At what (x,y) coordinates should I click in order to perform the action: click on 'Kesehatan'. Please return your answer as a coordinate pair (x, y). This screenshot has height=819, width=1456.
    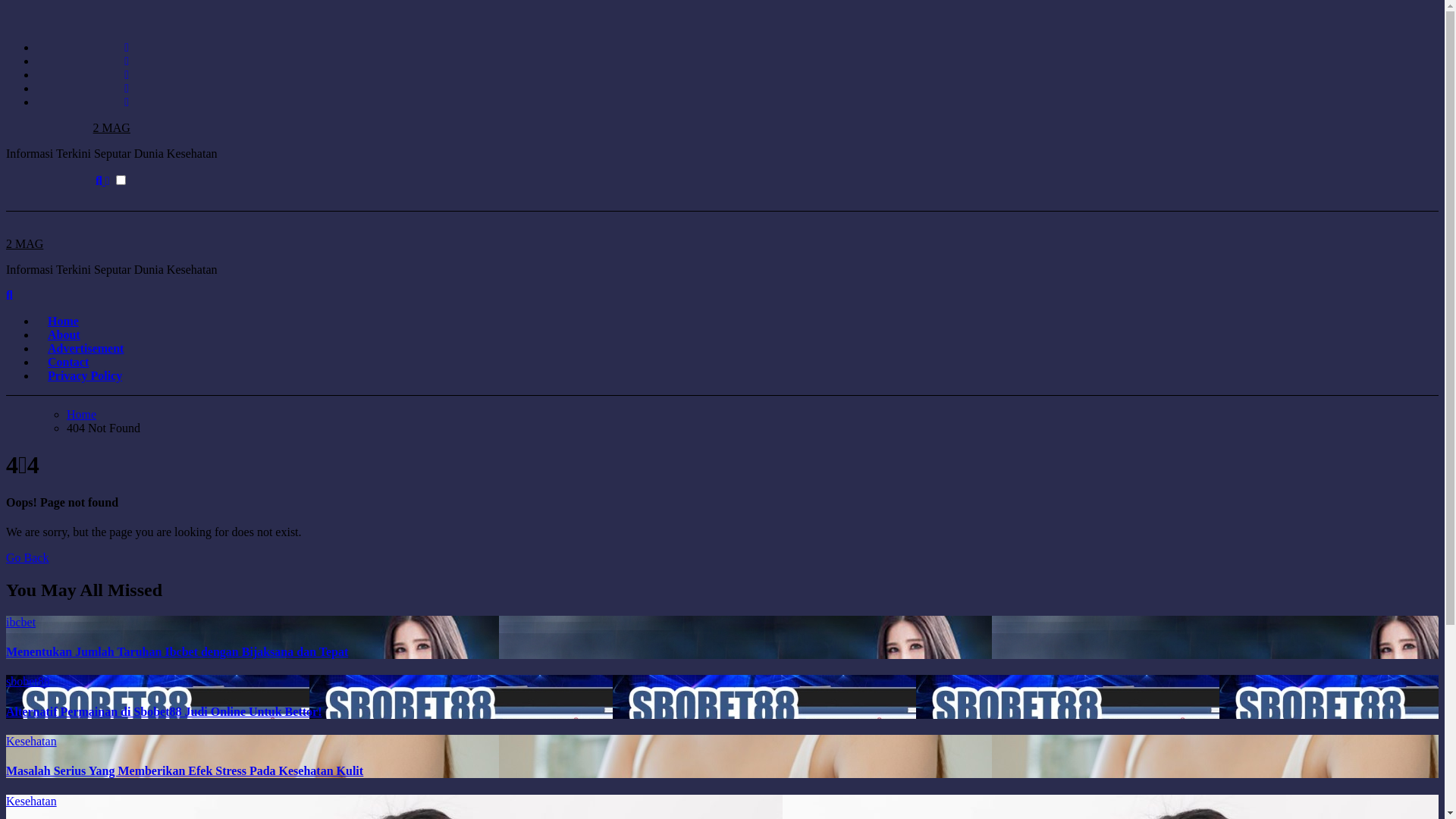
    Looking at the image, I should click on (31, 740).